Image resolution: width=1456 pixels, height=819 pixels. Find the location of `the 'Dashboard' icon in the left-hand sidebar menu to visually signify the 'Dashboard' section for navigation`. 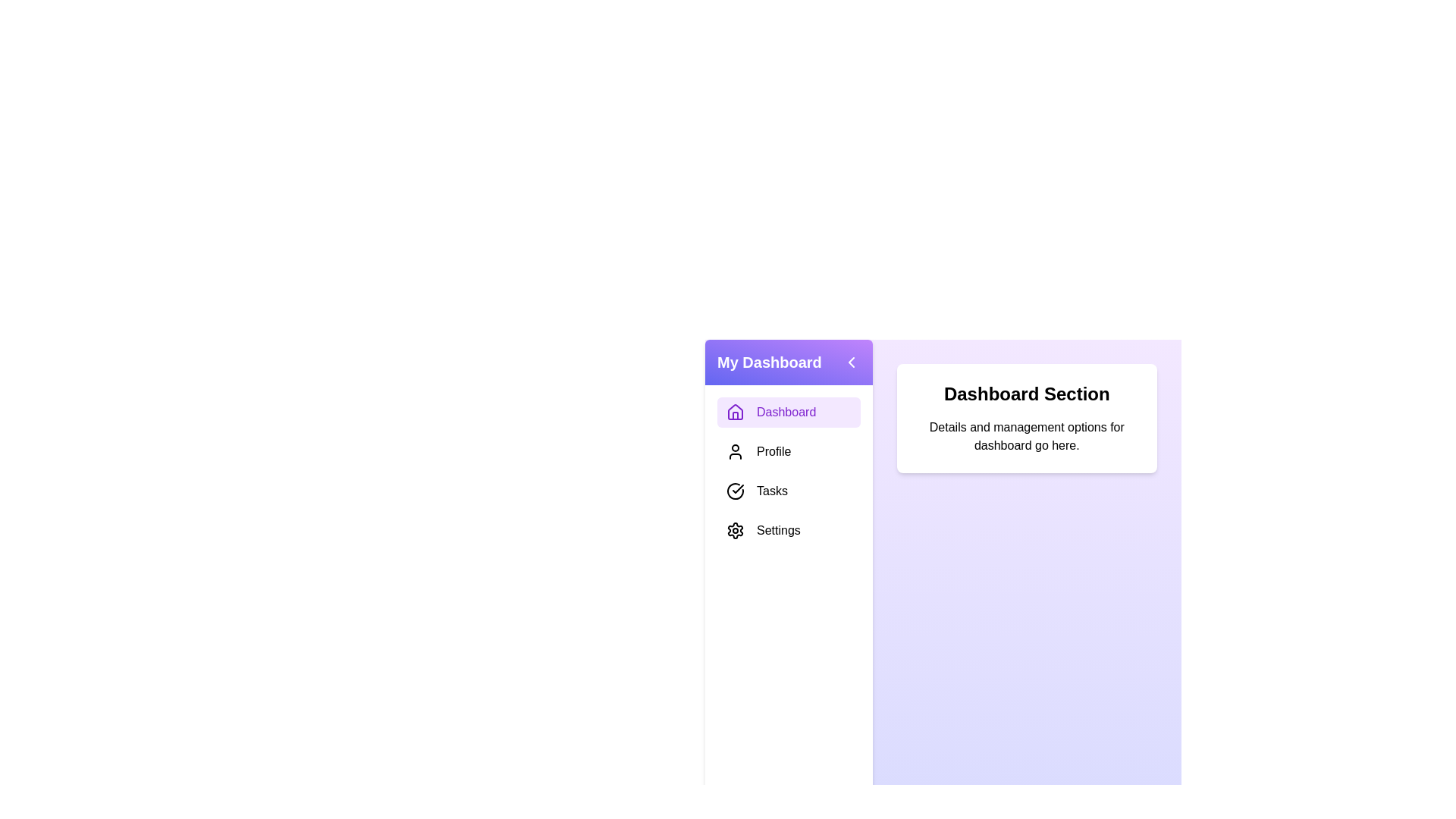

the 'Dashboard' icon in the left-hand sidebar menu to visually signify the 'Dashboard' section for navigation is located at coordinates (735, 412).